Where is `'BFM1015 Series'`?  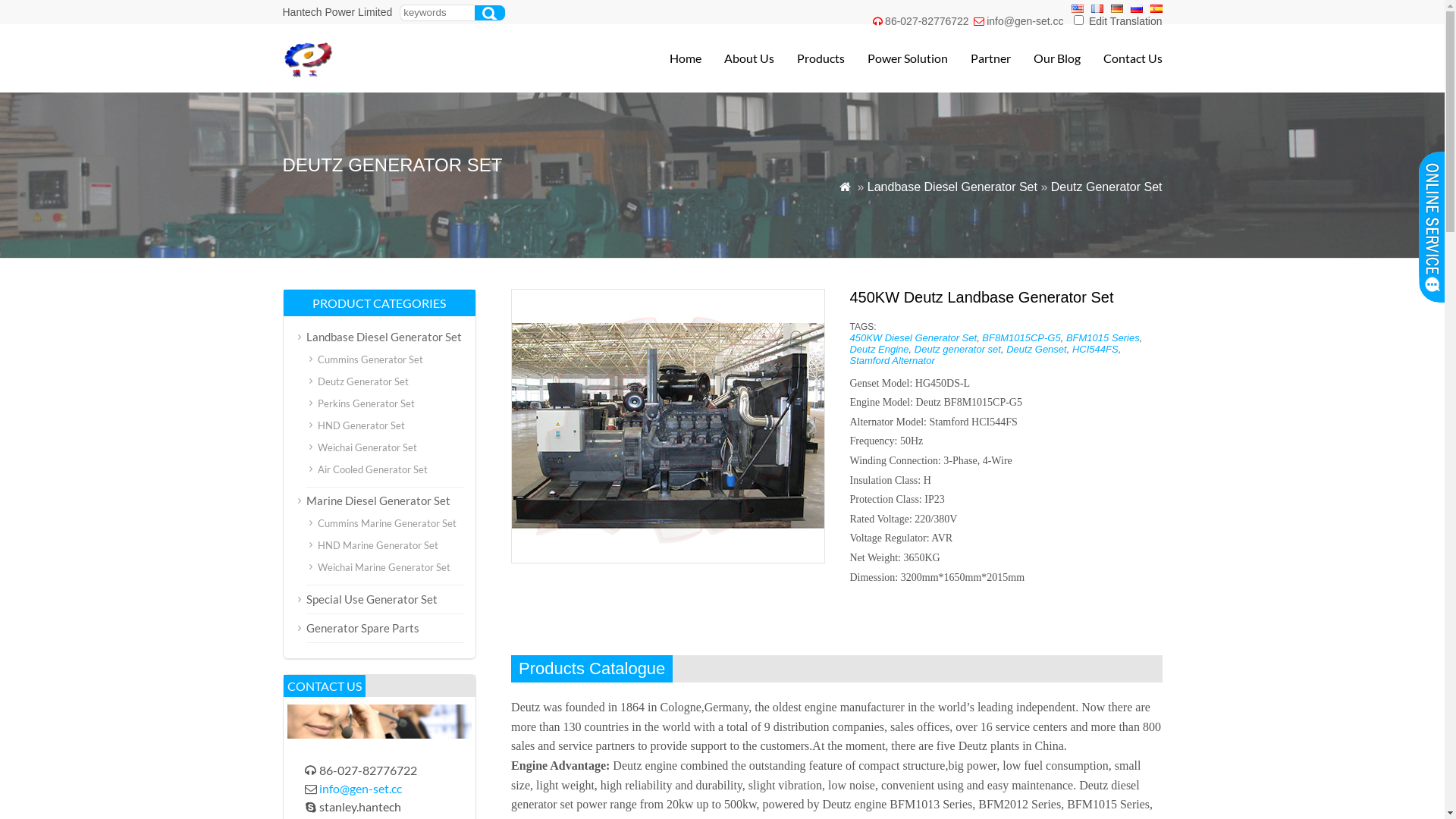
'BFM1015 Series' is located at coordinates (1103, 337).